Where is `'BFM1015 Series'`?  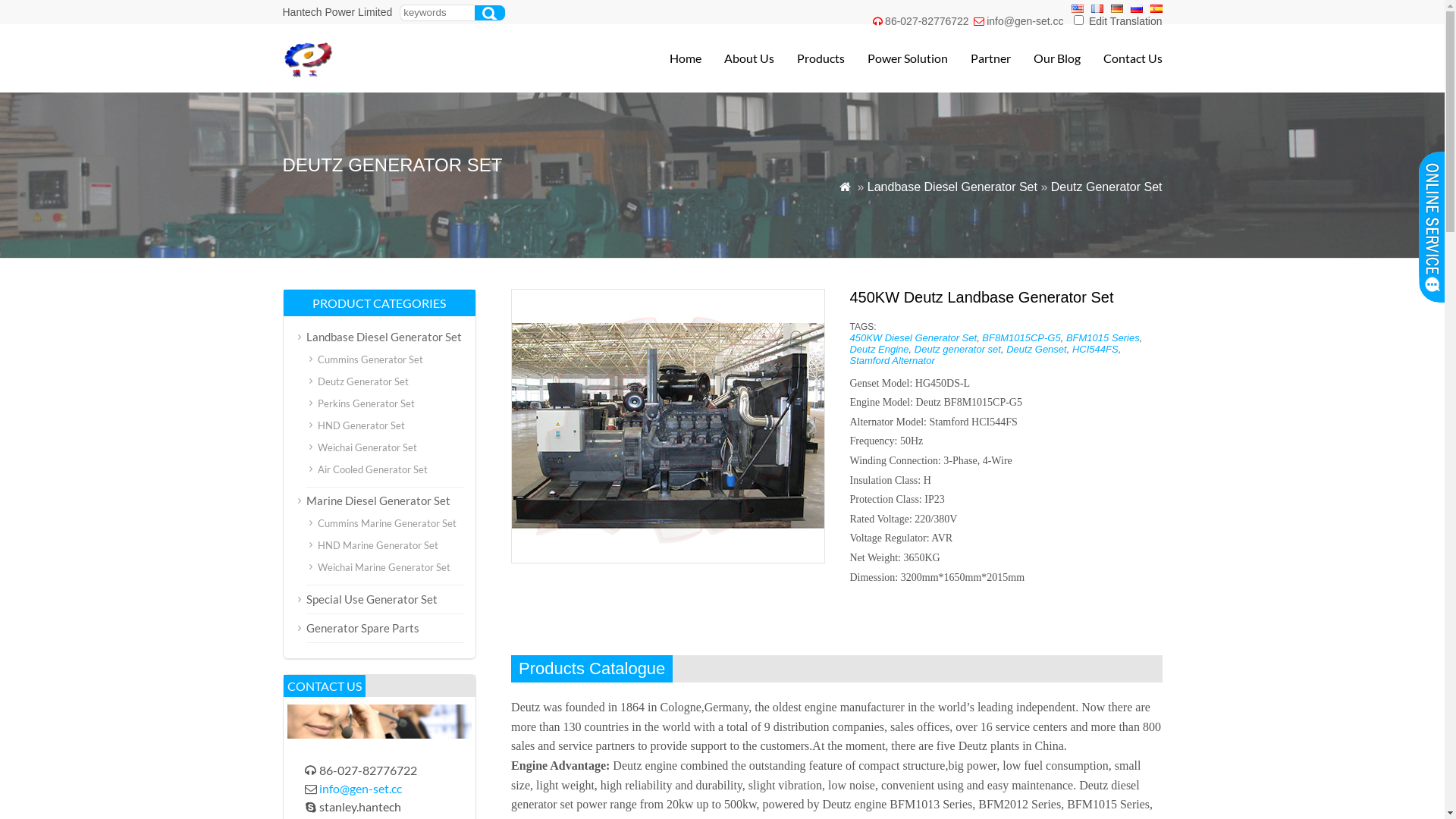
'BFM1015 Series' is located at coordinates (1103, 337).